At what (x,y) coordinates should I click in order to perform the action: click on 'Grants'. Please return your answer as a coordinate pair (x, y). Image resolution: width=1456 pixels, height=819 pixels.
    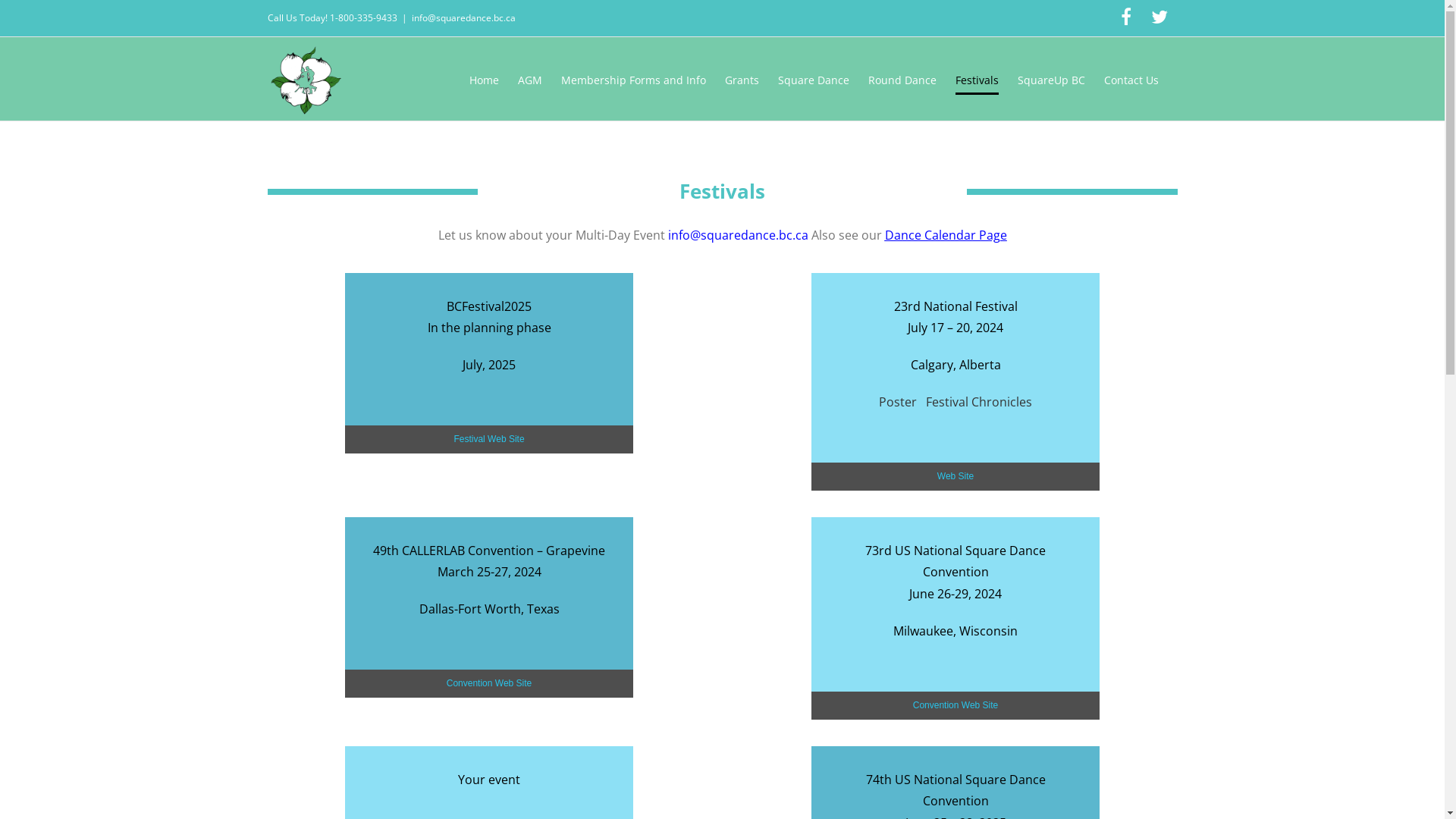
    Looking at the image, I should click on (742, 80).